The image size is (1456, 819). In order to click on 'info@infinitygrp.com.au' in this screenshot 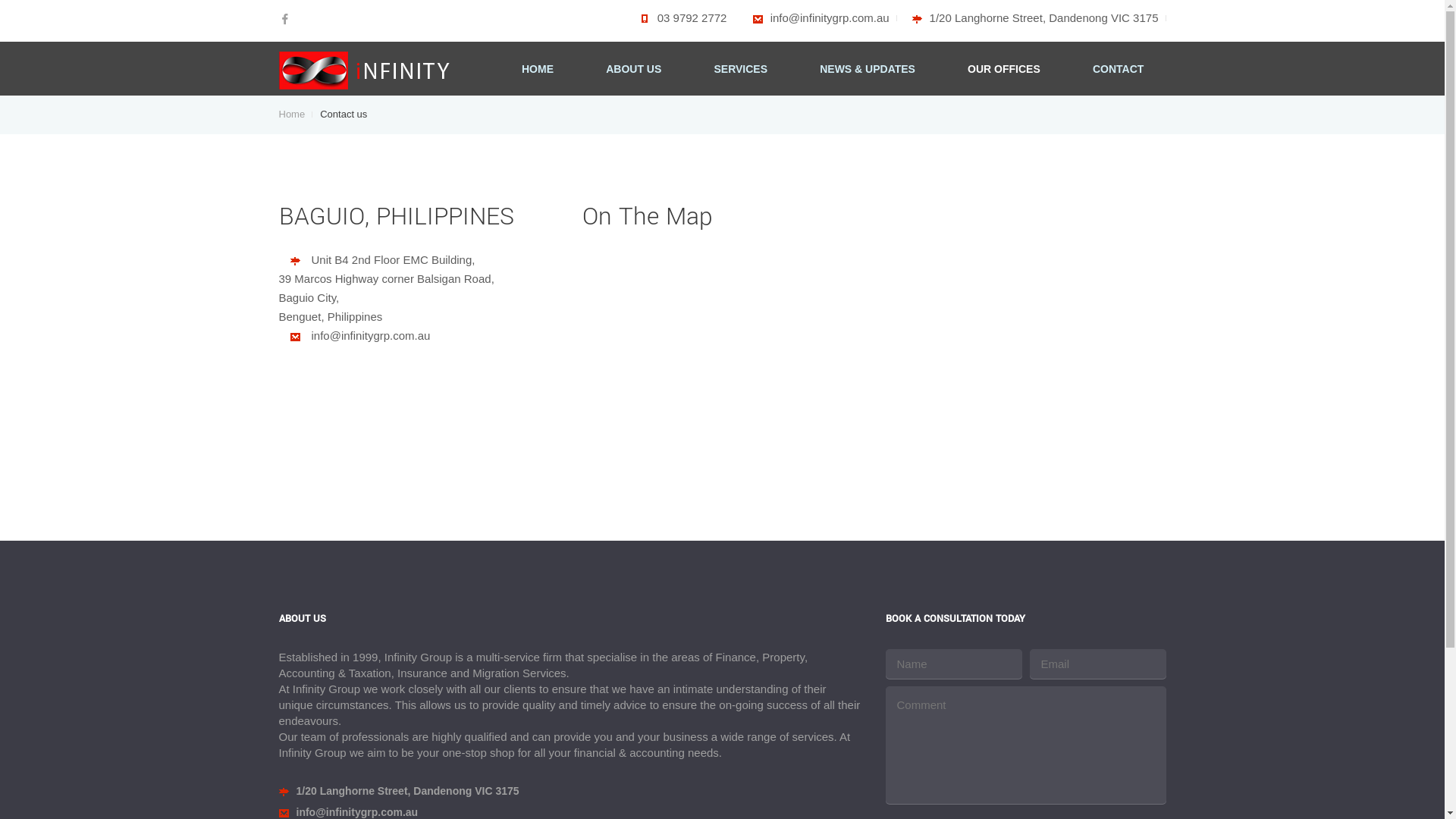, I will do `click(821, 17)`.